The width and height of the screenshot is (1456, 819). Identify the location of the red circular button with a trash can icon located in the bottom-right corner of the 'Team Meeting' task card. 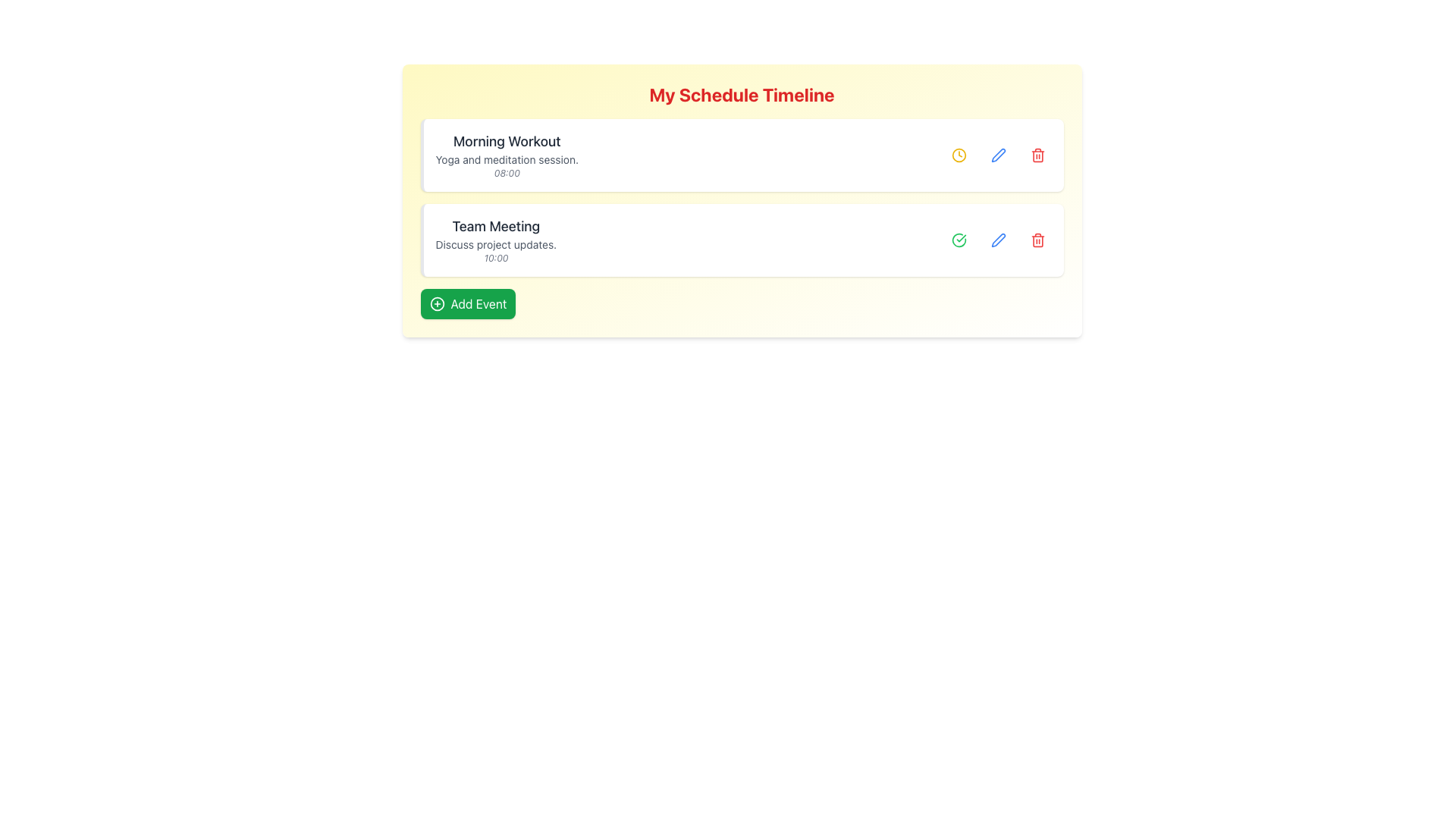
(1037, 239).